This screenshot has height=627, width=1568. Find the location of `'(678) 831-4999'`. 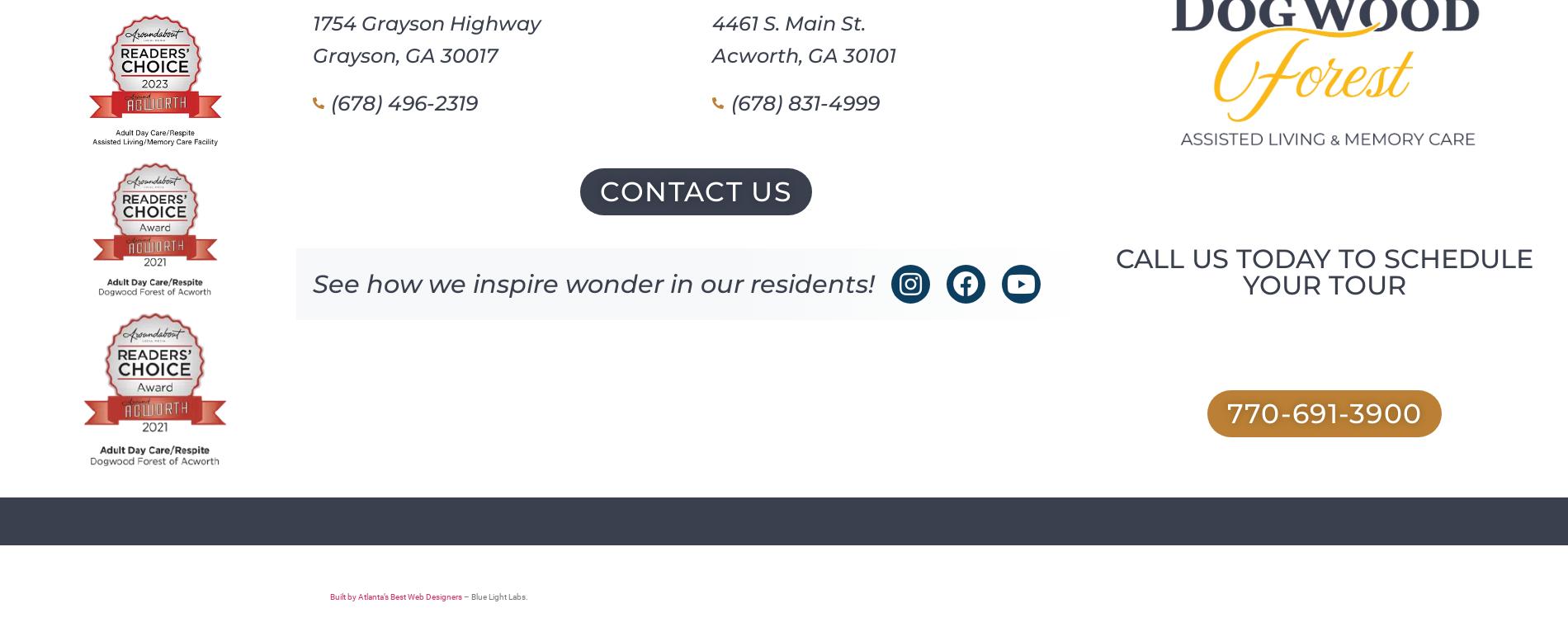

'(678) 831-4999' is located at coordinates (805, 102).